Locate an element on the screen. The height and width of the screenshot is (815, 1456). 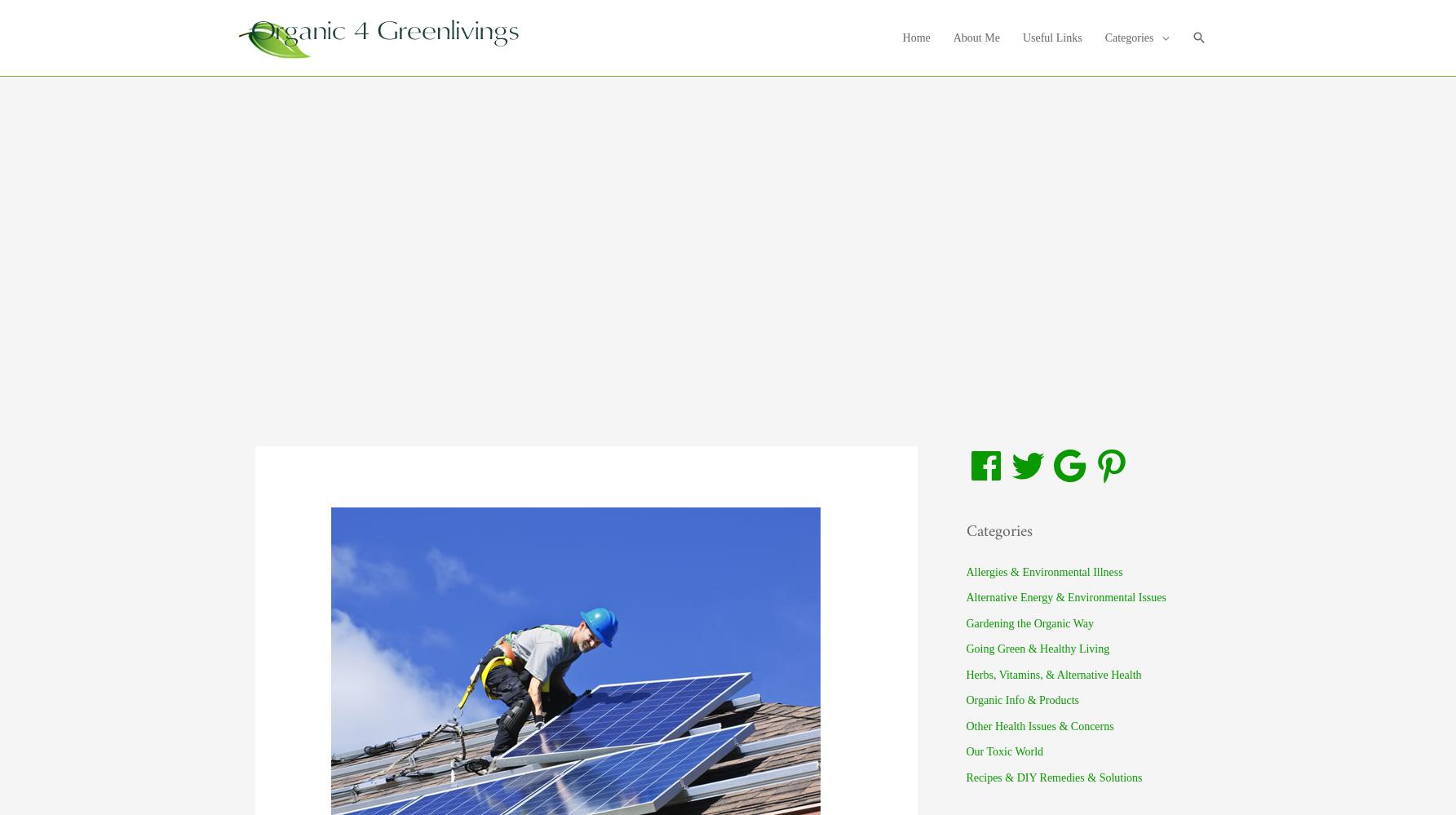
'Gardening the Organic Way' is located at coordinates (1029, 622).